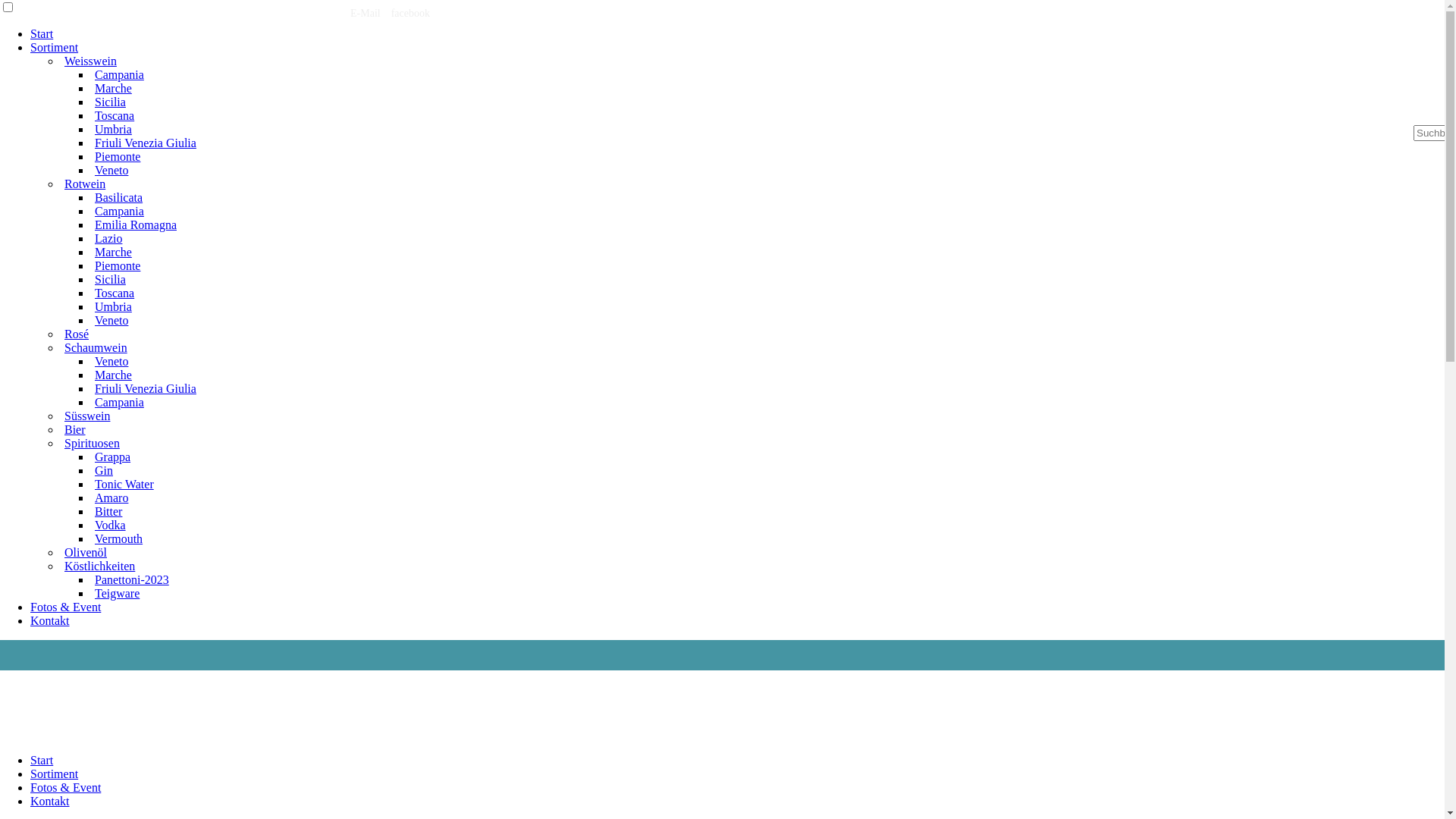 This screenshot has width=1456, height=819. Describe the element at coordinates (111, 497) in the screenshot. I see `'Amaro'` at that location.